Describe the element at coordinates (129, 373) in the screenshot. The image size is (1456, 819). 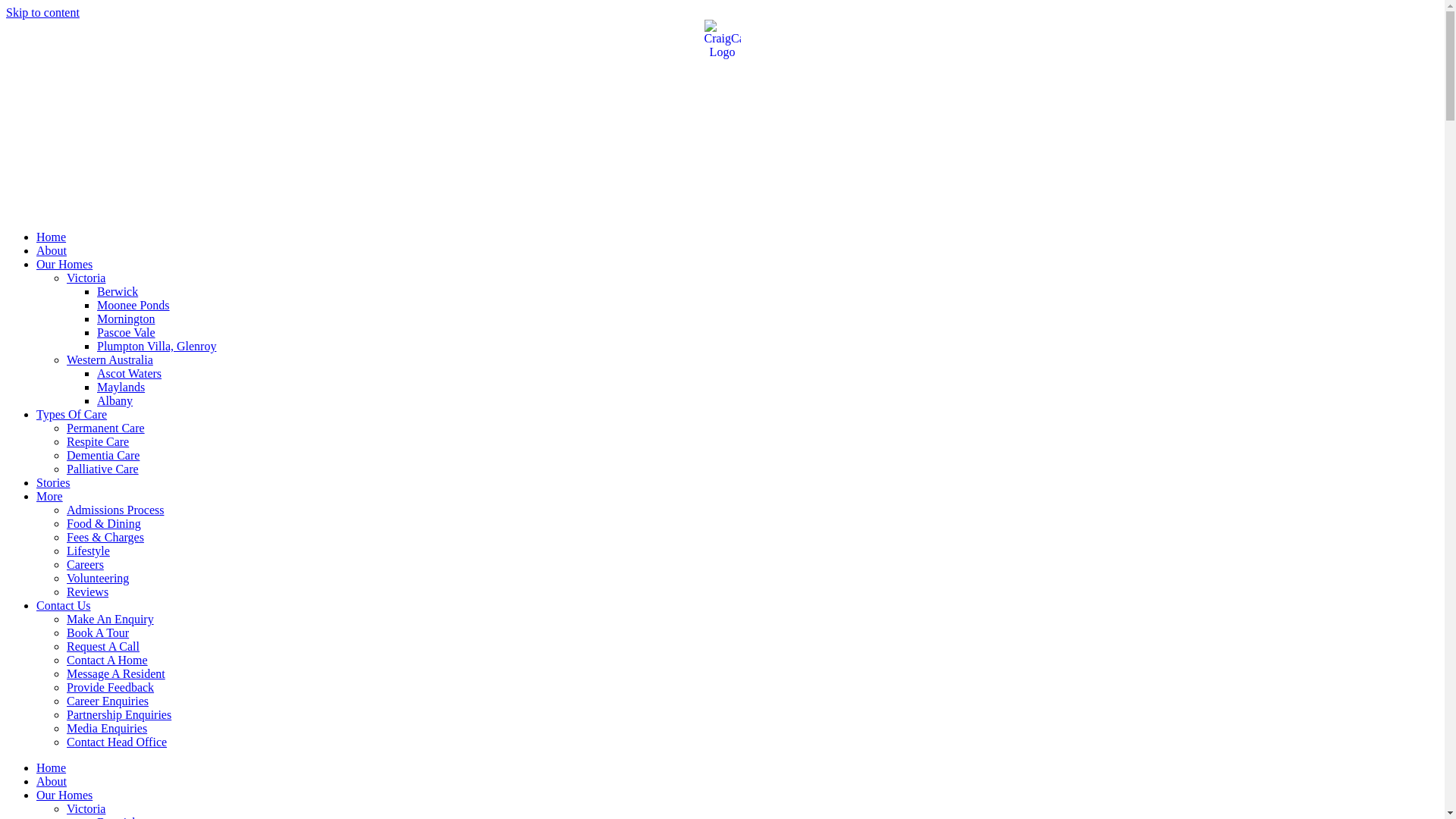
I see `'Ascot Waters'` at that location.